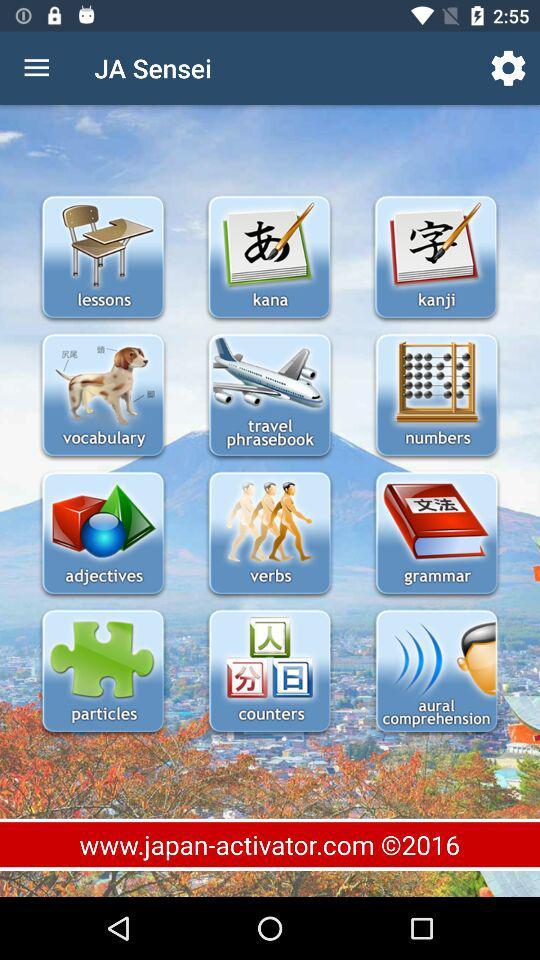 The width and height of the screenshot is (540, 960). Describe the element at coordinates (269, 258) in the screenshot. I see `kana` at that location.